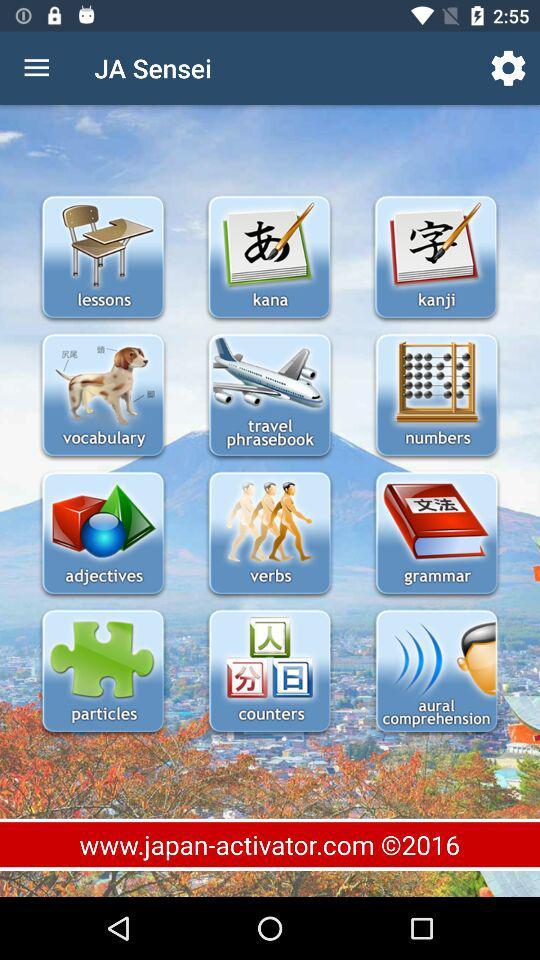 The width and height of the screenshot is (540, 960). Describe the element at coordinates (269, 258) in the screenshot. I see `kana` at that location.